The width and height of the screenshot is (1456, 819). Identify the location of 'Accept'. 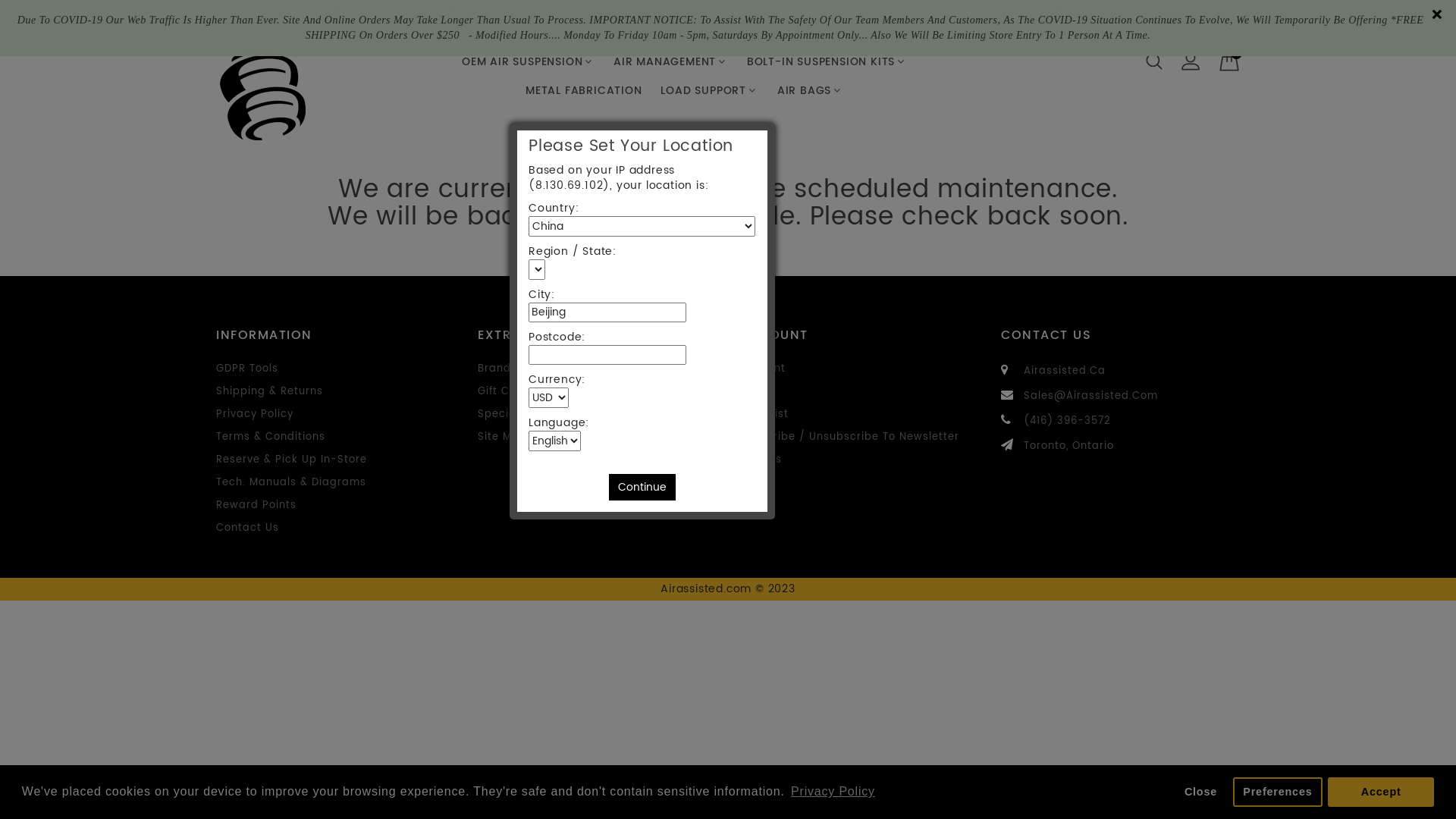
(1380, 791).